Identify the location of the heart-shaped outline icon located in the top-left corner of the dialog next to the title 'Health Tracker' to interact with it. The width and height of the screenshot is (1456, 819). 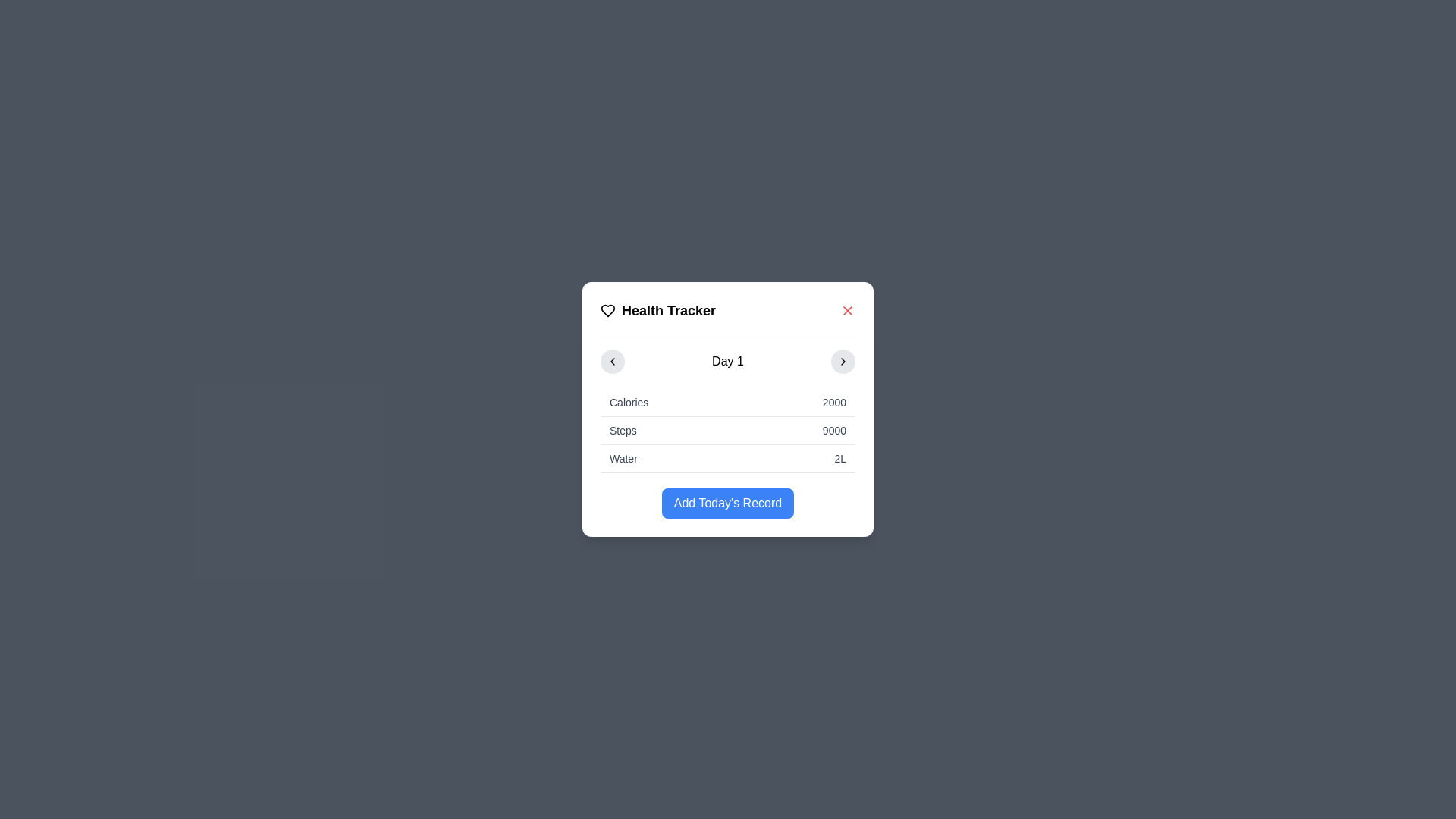
(607, 309).